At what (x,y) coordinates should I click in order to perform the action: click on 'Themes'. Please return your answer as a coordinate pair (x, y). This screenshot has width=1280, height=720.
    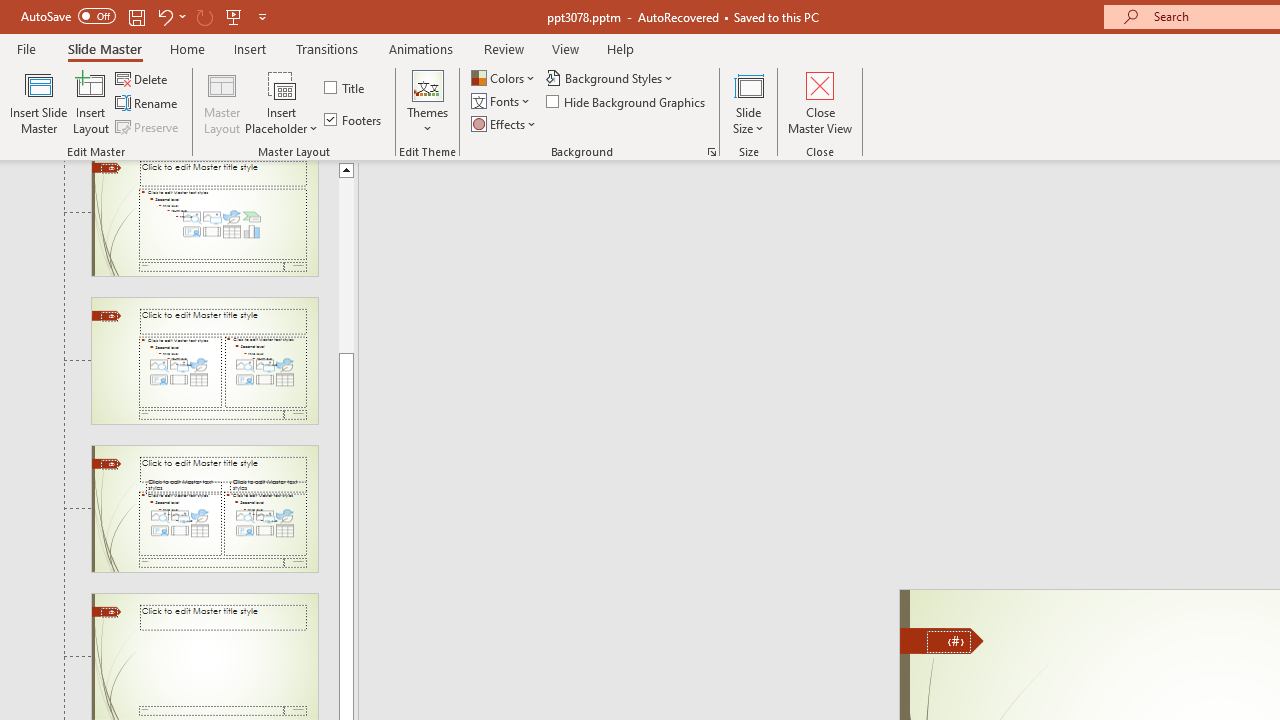
    Looking at the image, I should click on (426, 103).